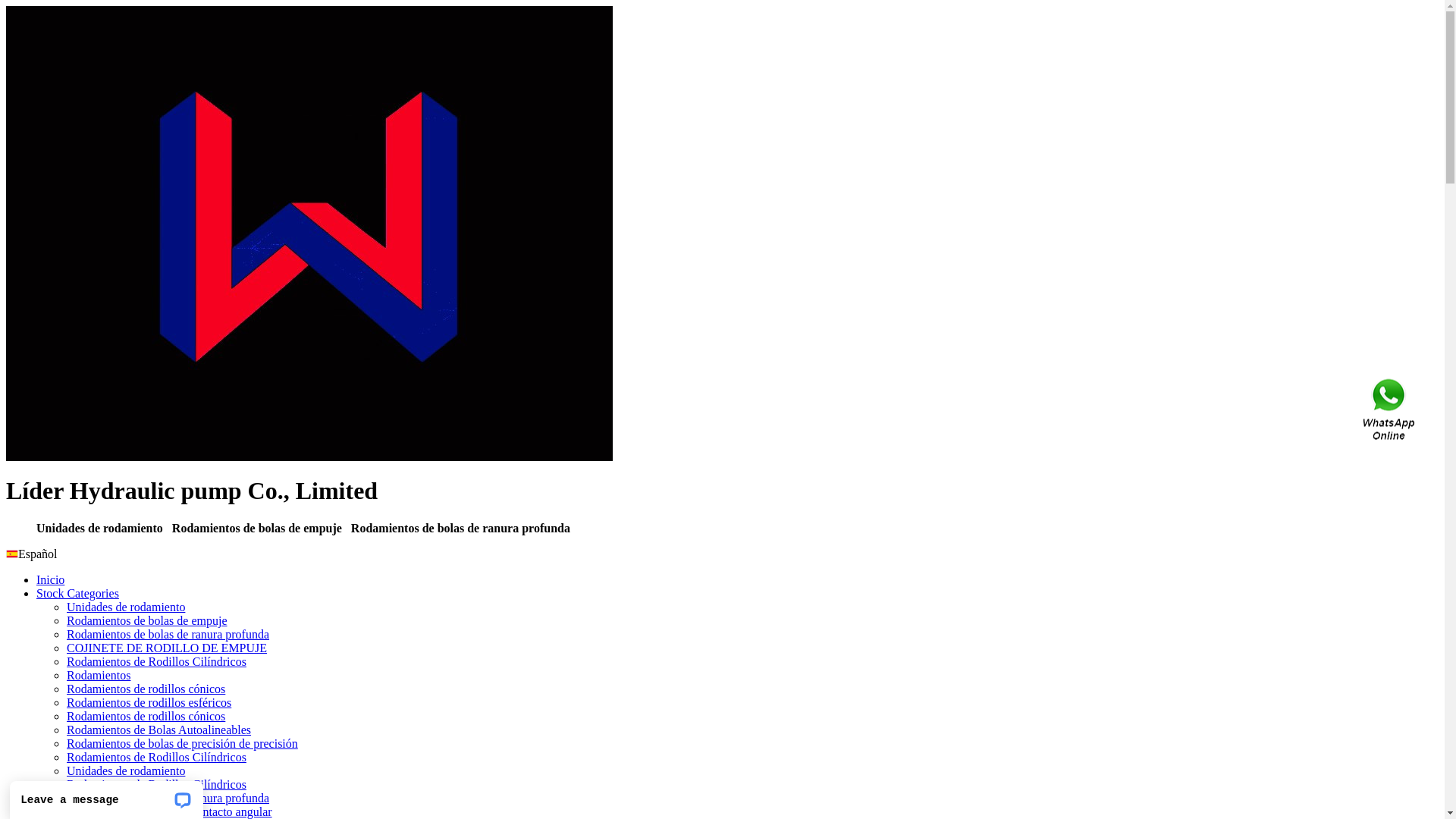  What do you see at coordinates (77, 592) in the screenshot?
I see `'Stock Categories'` at bounding box center [77, 592].